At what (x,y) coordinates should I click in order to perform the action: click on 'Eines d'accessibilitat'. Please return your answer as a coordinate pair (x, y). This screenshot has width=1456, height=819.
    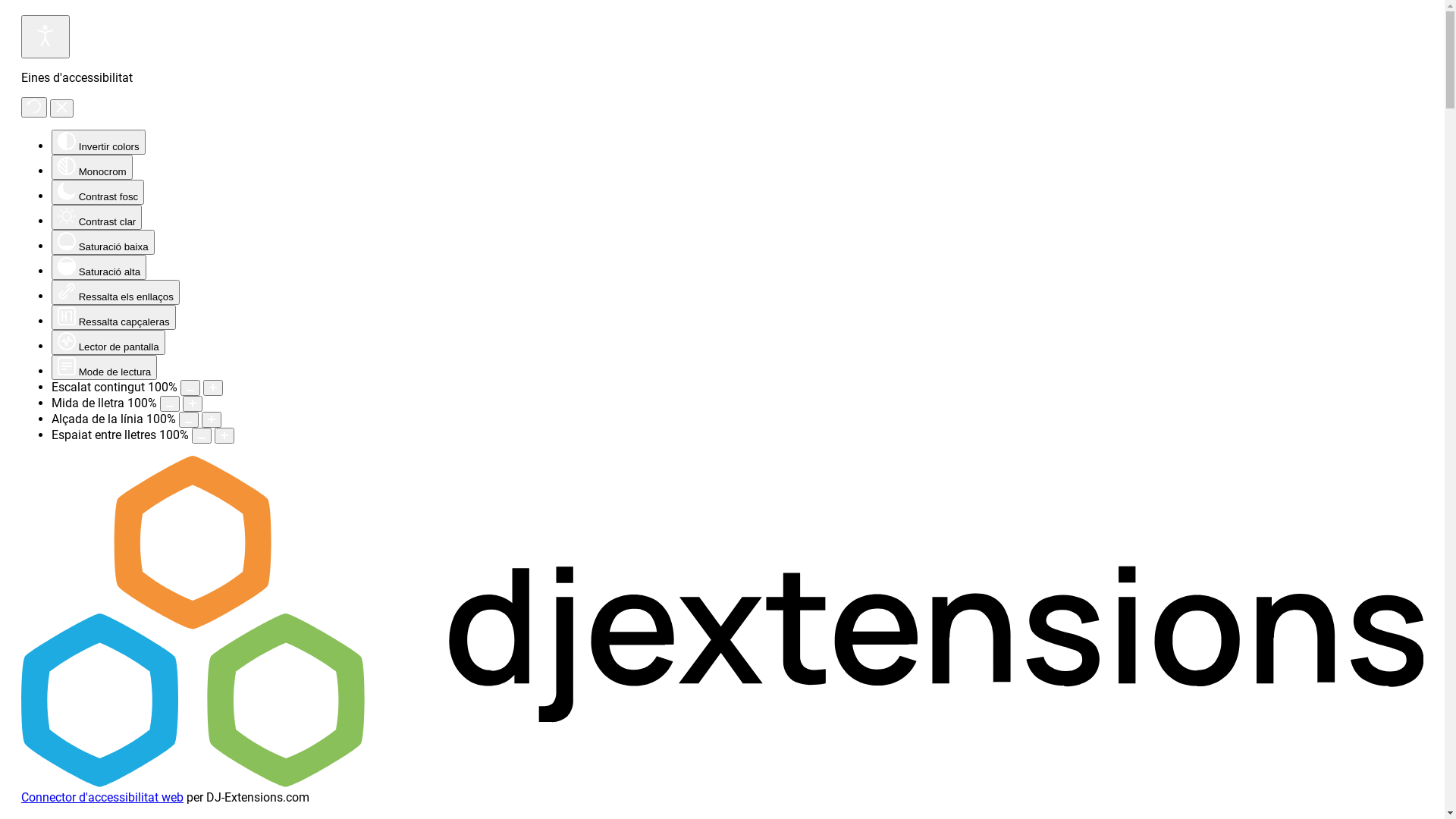
    Looking at the image, I should click on (45, 36).